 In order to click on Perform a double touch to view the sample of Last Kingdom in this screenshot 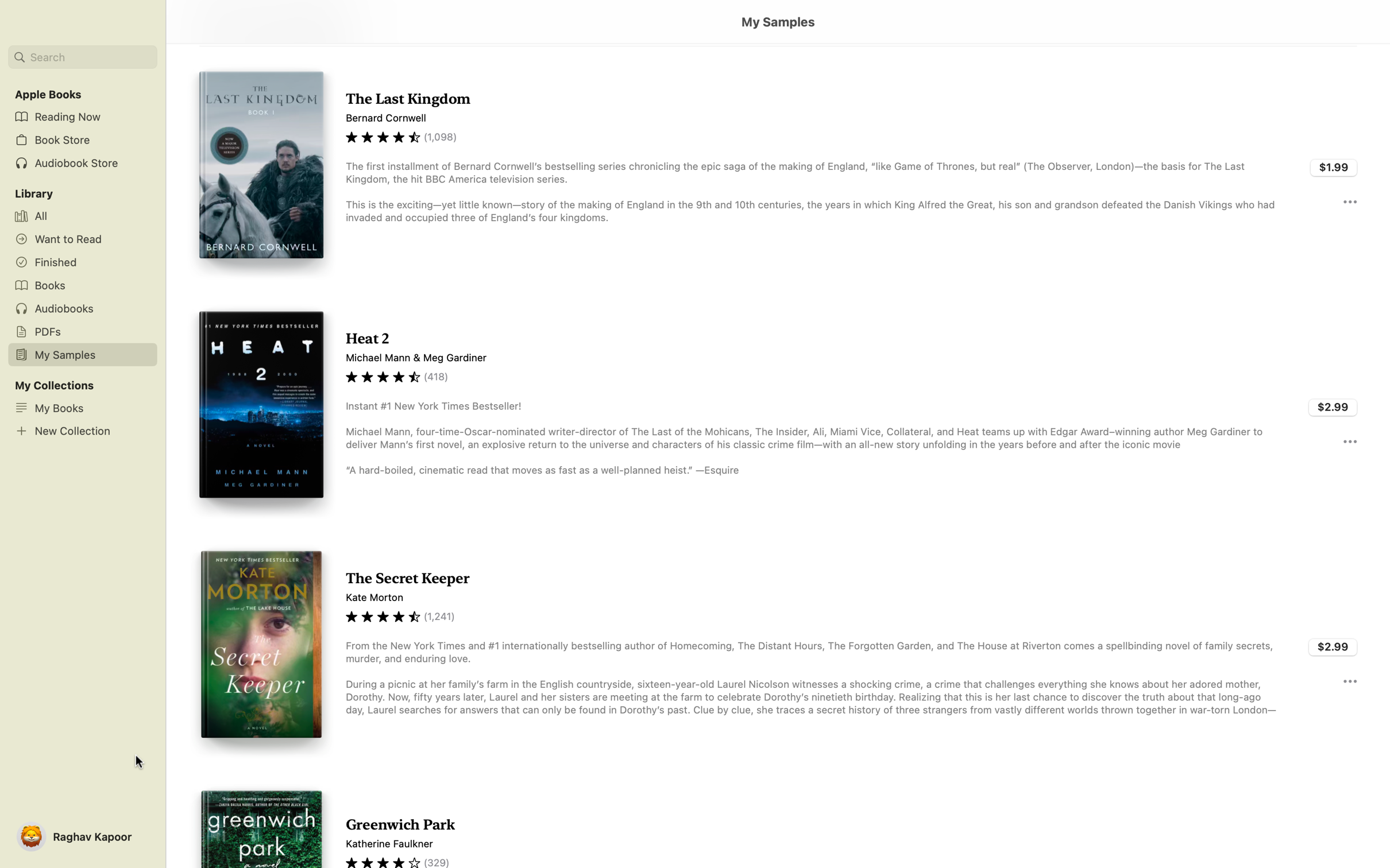, I will do `click(777, 166)`.